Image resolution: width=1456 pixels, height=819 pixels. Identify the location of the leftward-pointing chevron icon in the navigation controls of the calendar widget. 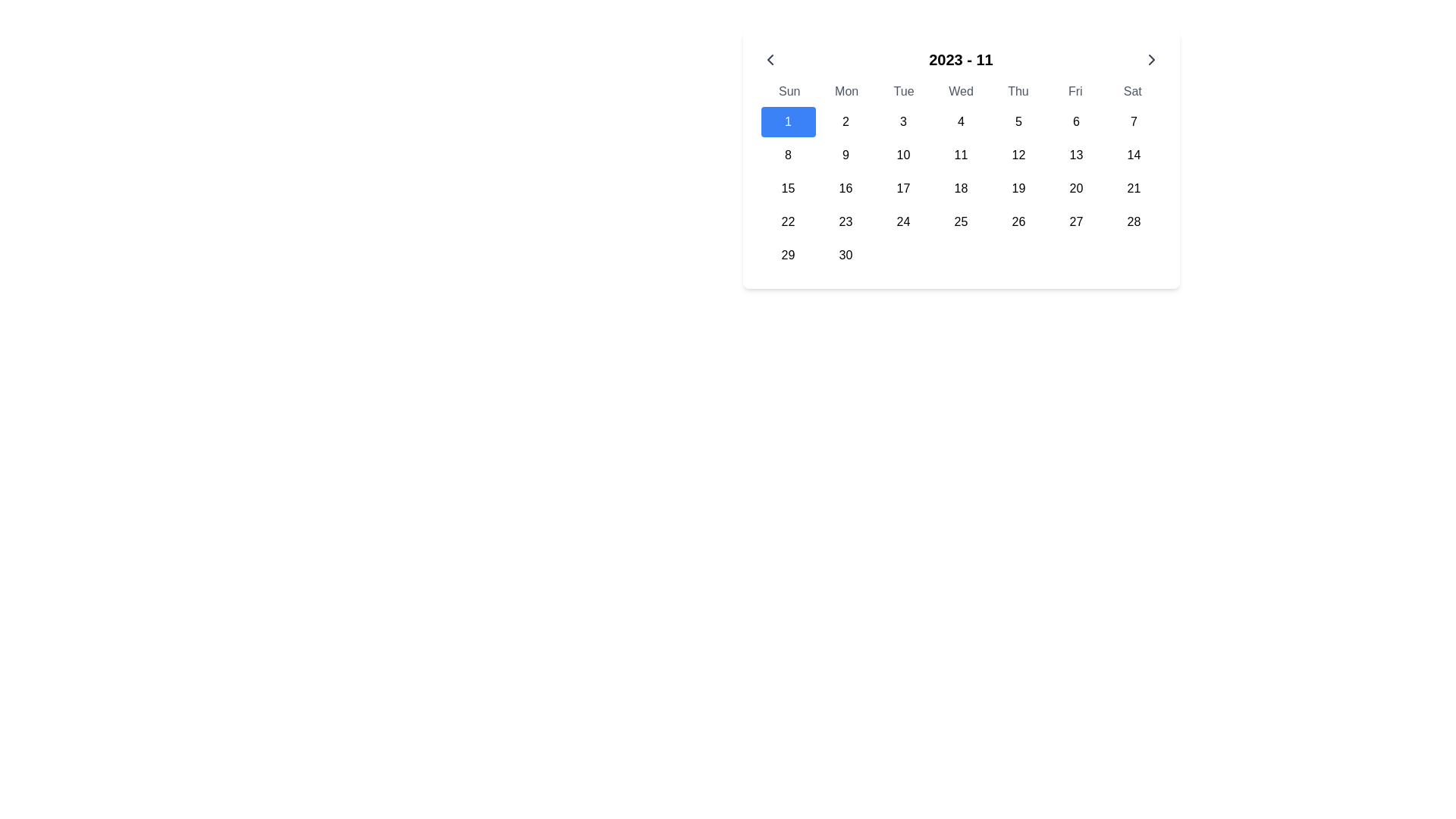
(770, 58).